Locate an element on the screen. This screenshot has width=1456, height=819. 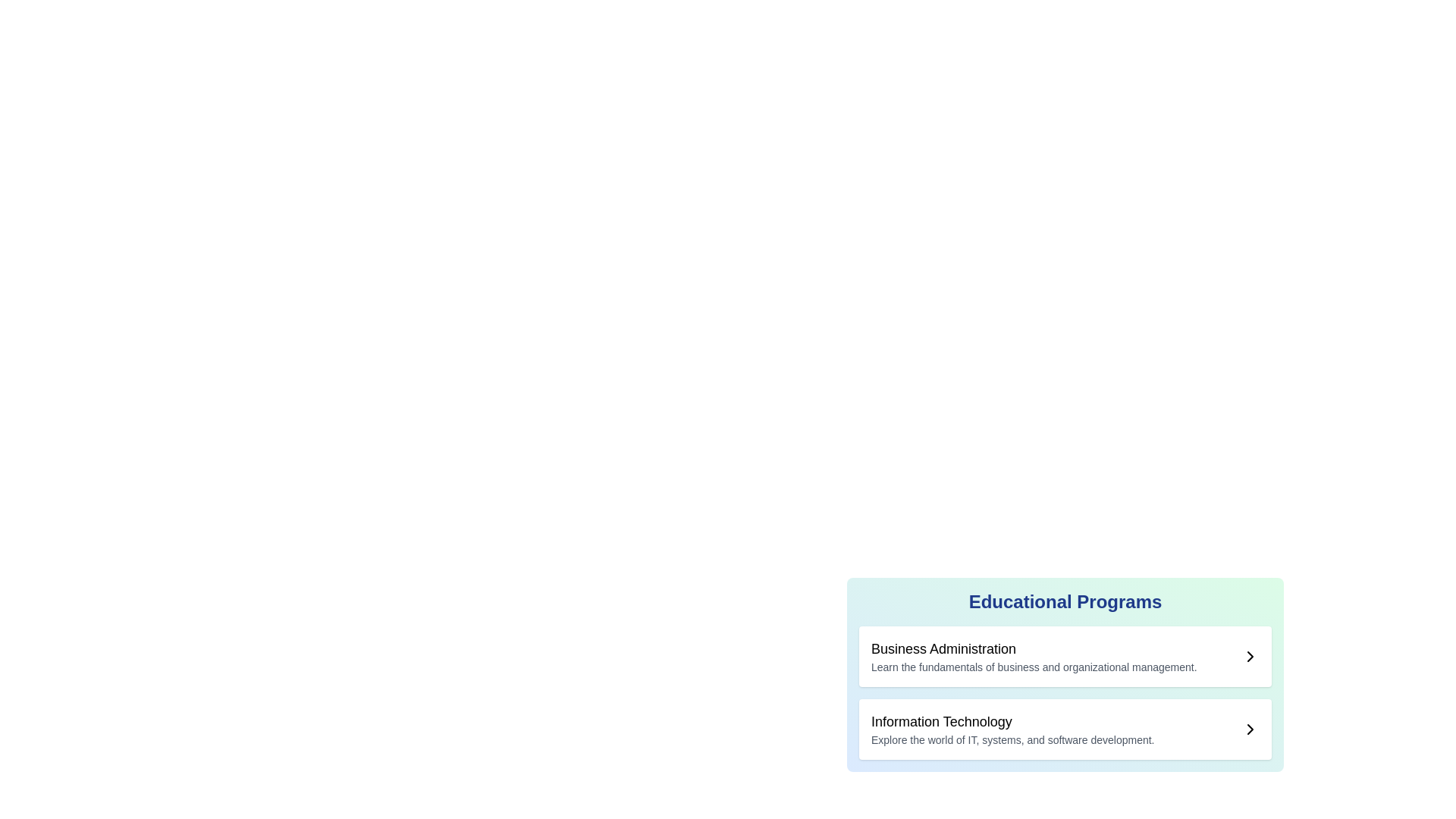
the Navigation link titled 'Information Technology' which has a right-pointing arrow icon and is located below the 'Business Administration' section is located at coordinates (1065, 728).